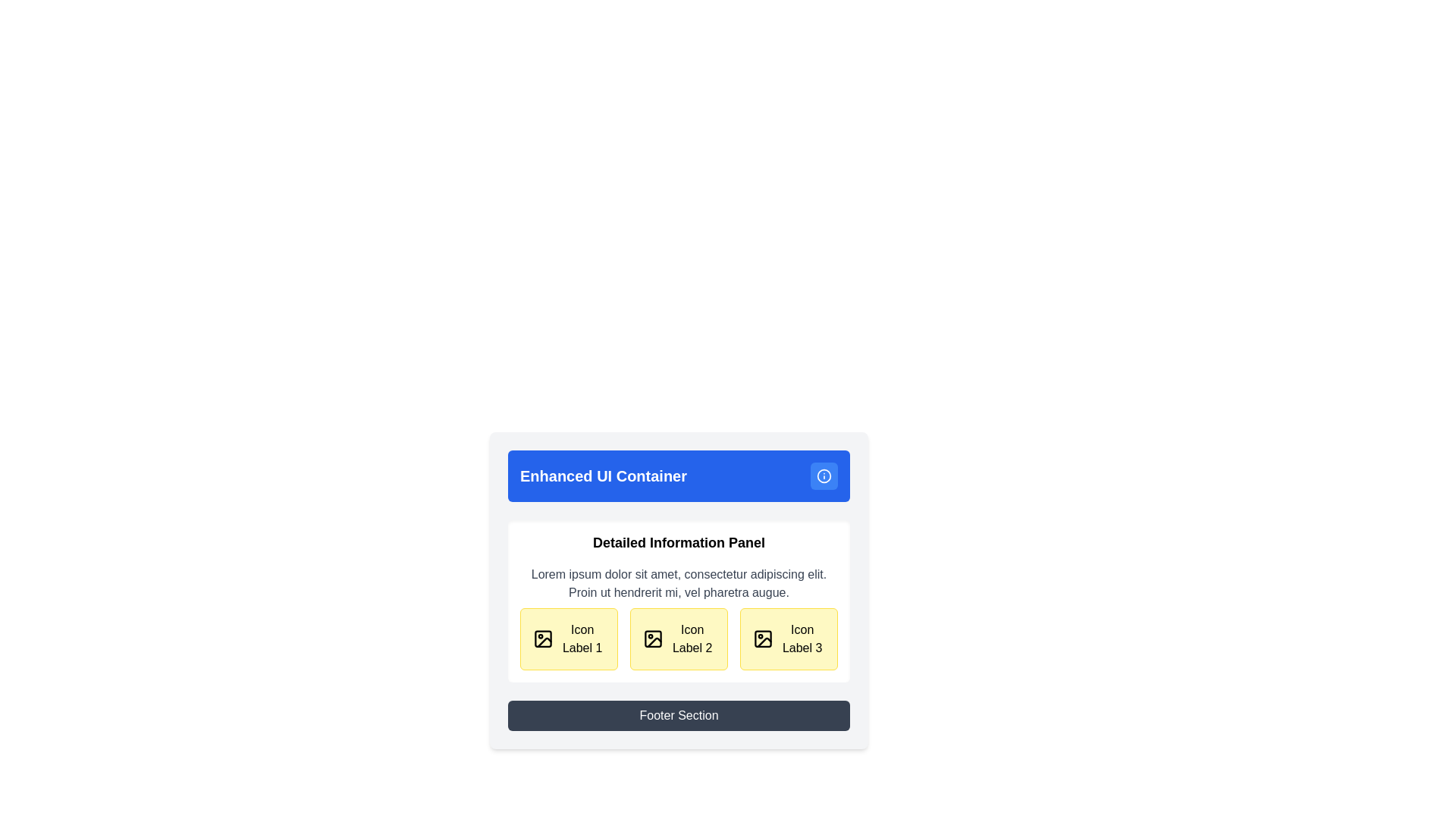 The image size is (1456, 819). Describe the element at coordinates (678, 639) in the screenshot. I see `the non-interactive display component that shows the text label 'Icon Label 2' and its paired icon, located in the middle of a three-column grid layout at the bottom of the 'Detailed Information Panel'` at that location.